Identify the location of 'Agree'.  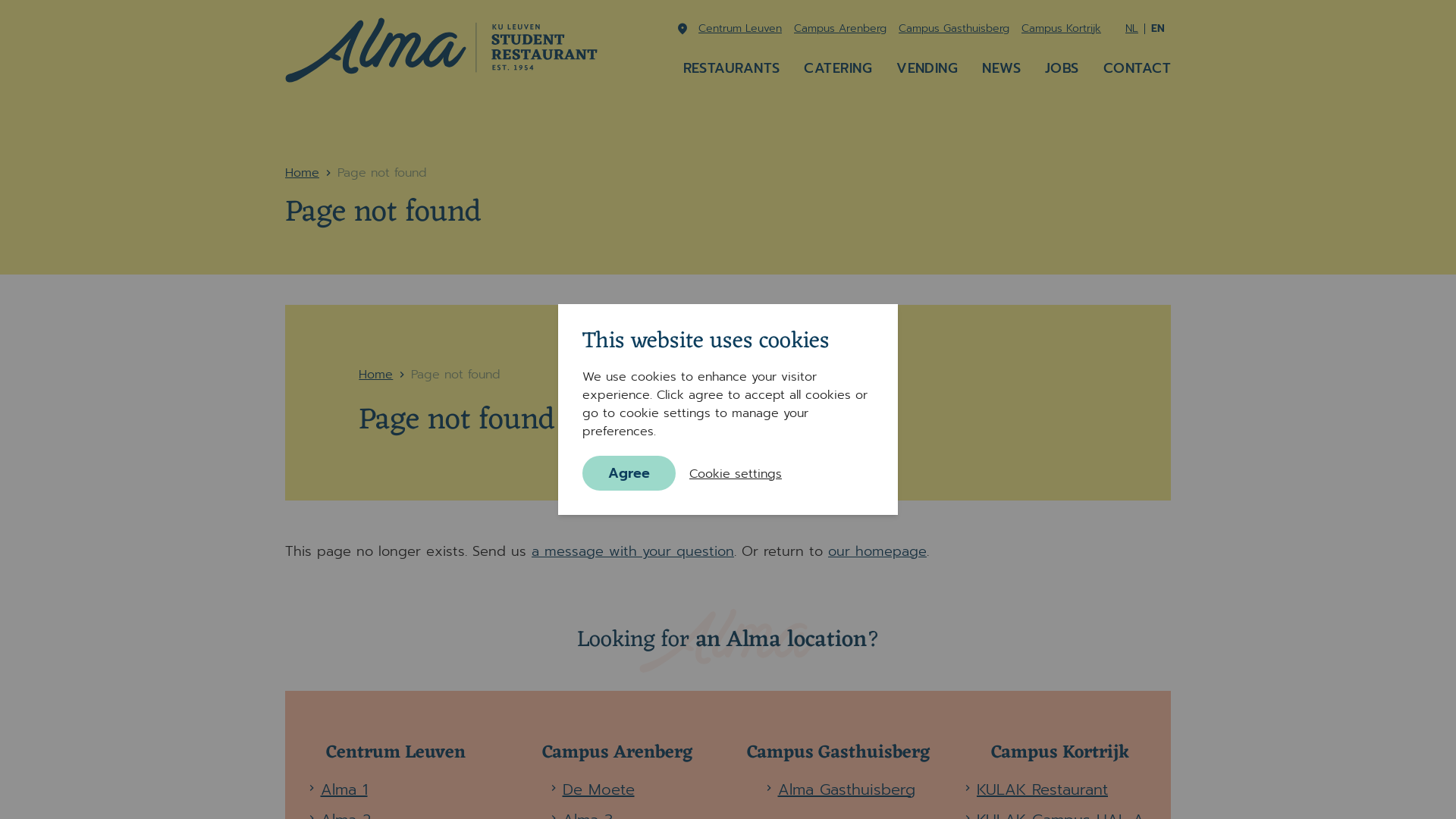
(629, 472).